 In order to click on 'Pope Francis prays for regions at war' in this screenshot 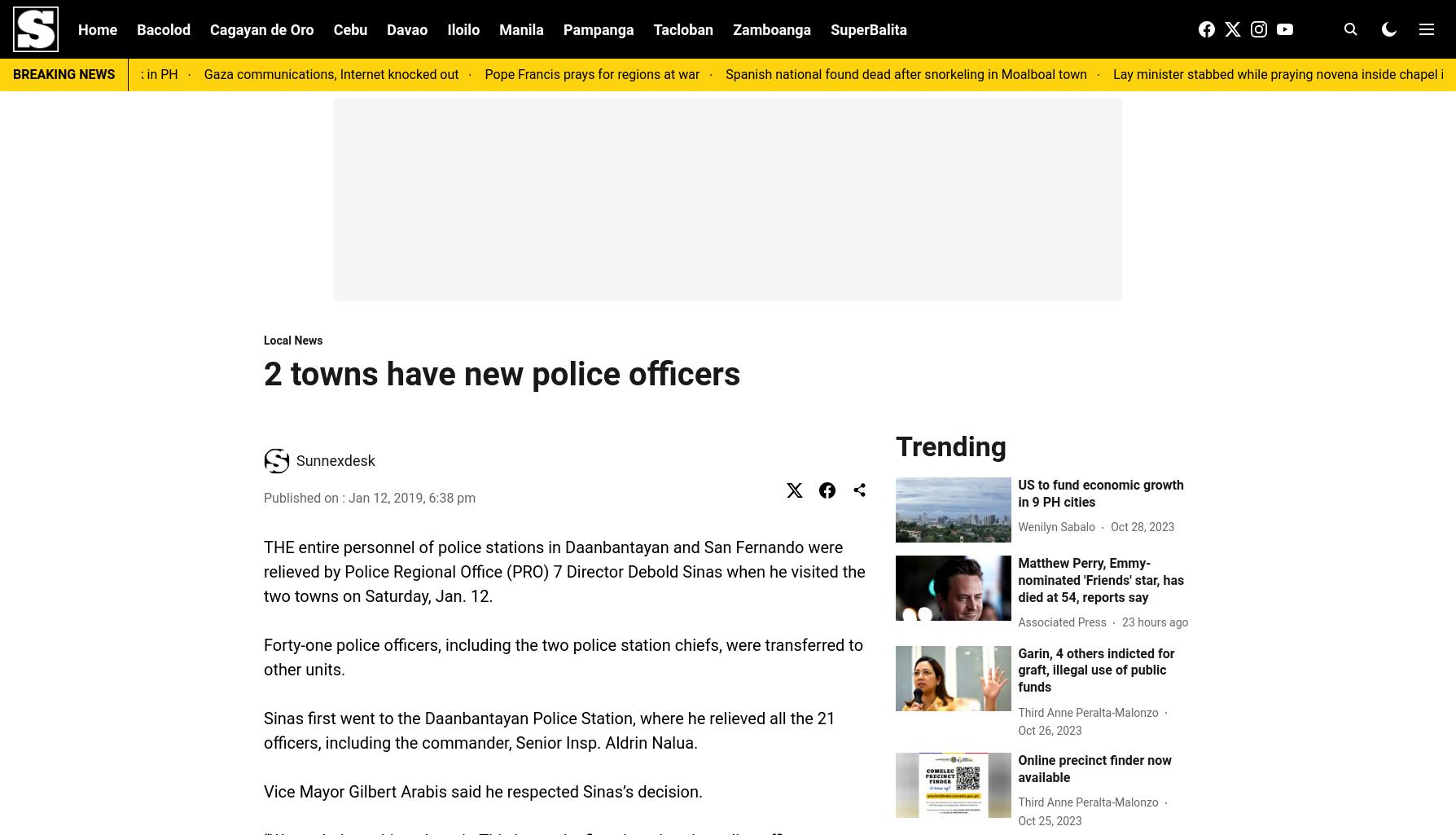, I will do `click(582, 73)`.